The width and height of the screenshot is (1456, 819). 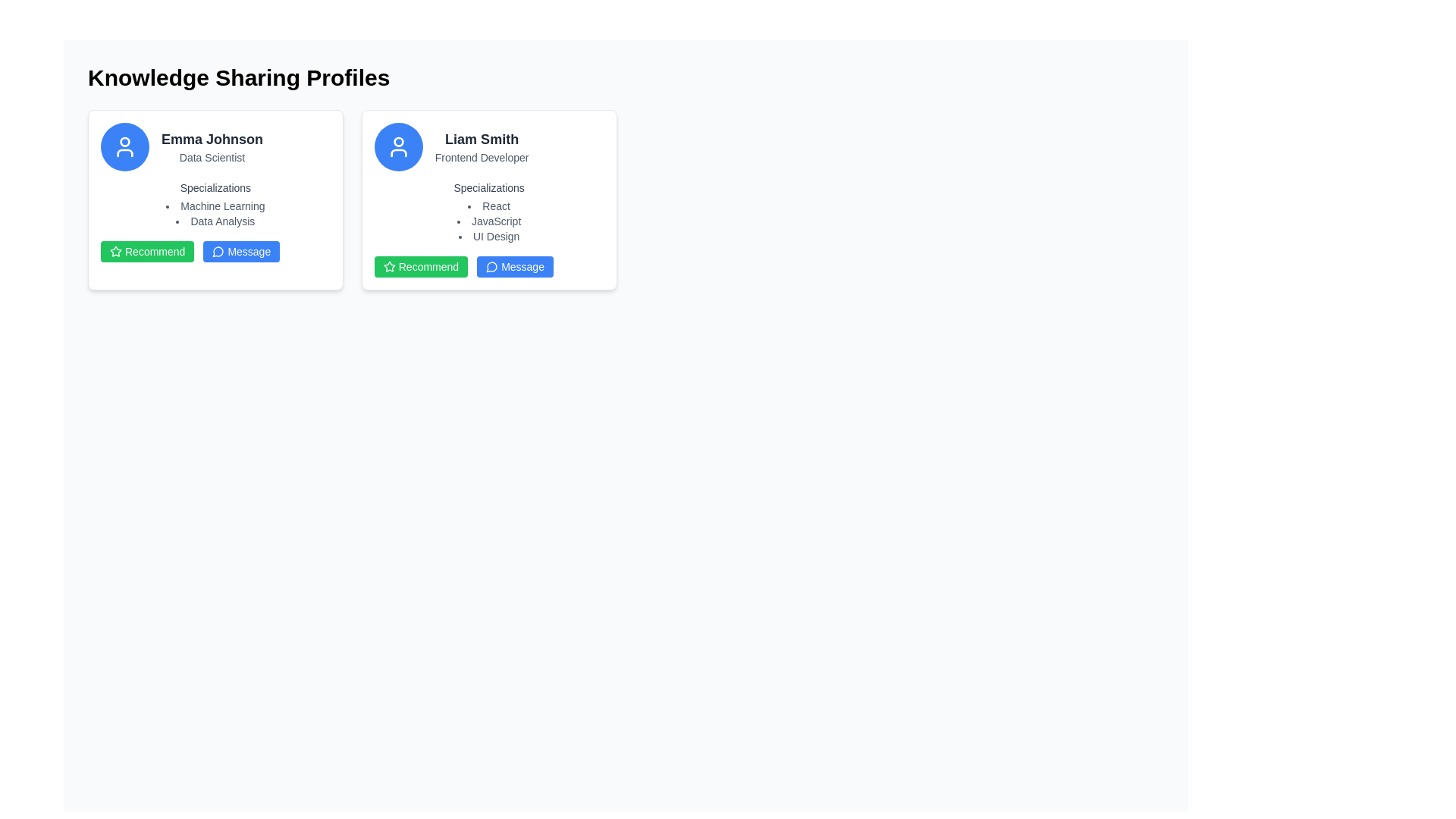 I want to click on the button group in the profile card for 'Liam Smith, Frontend Developer', which includes the 'Recommend' and 'Message' buttons, so click(x=489, y=265).